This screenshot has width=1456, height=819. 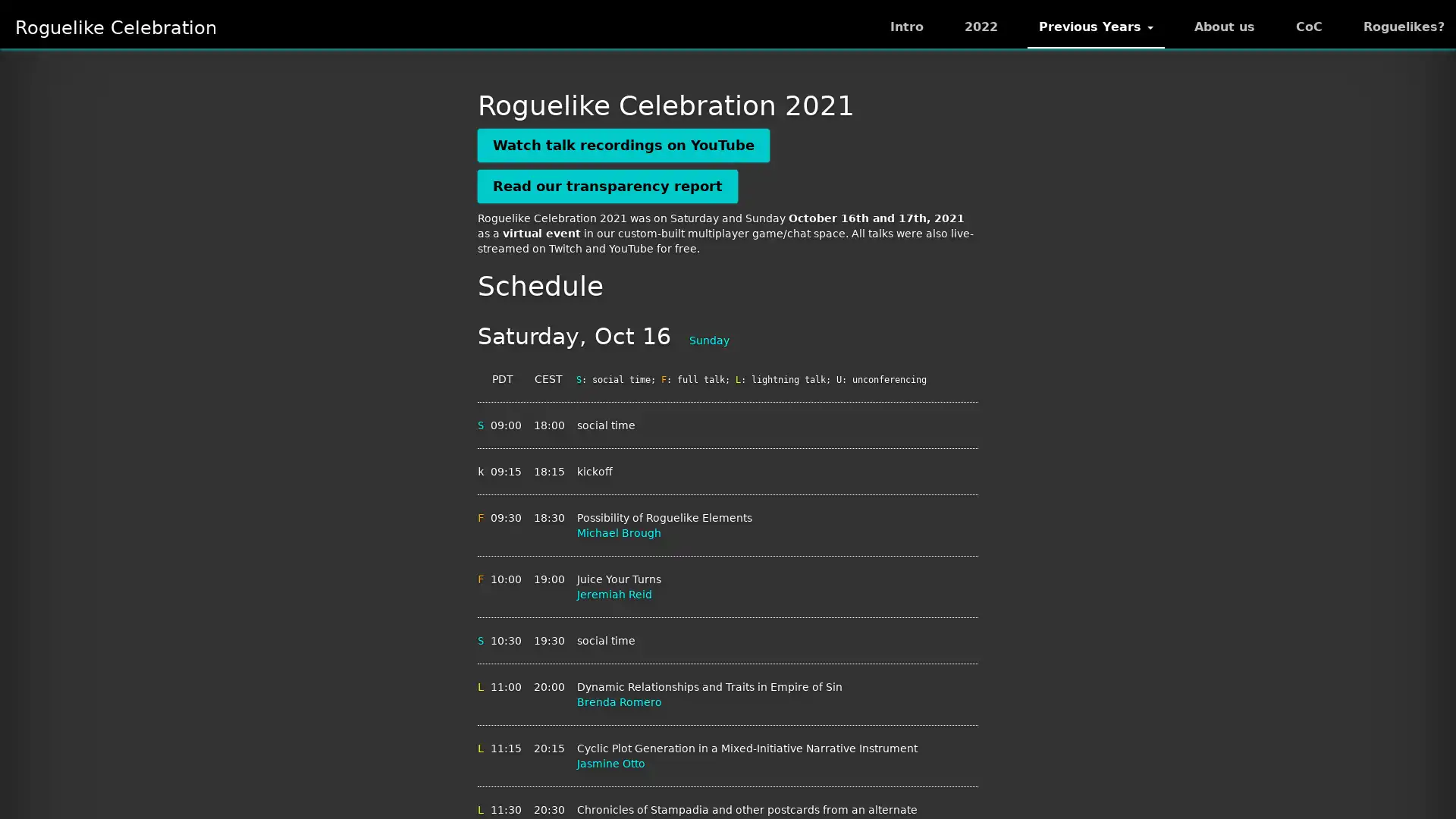 I want to click on Read our transparency report, so click(x=607, y=185).